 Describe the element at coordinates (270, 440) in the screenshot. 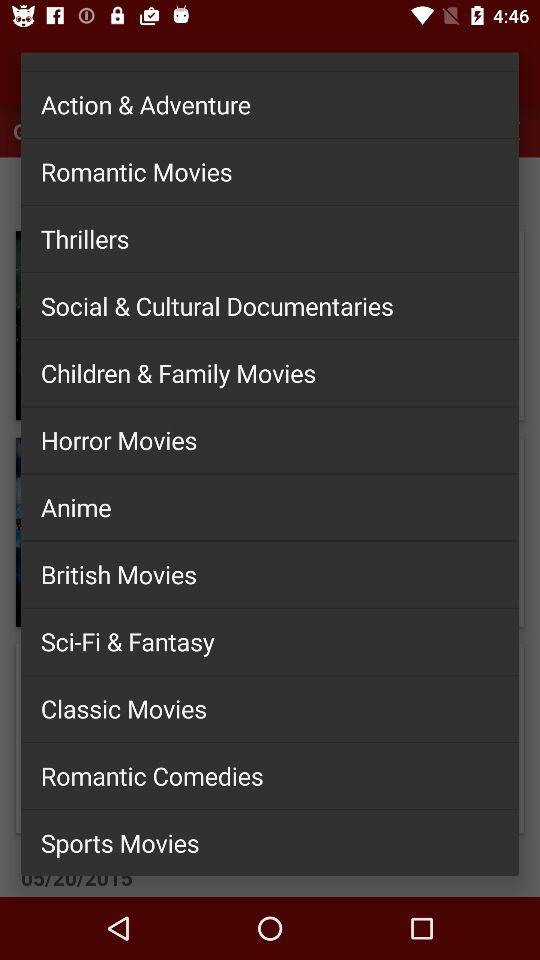

I see `the item below the    children & family movies` at that location.